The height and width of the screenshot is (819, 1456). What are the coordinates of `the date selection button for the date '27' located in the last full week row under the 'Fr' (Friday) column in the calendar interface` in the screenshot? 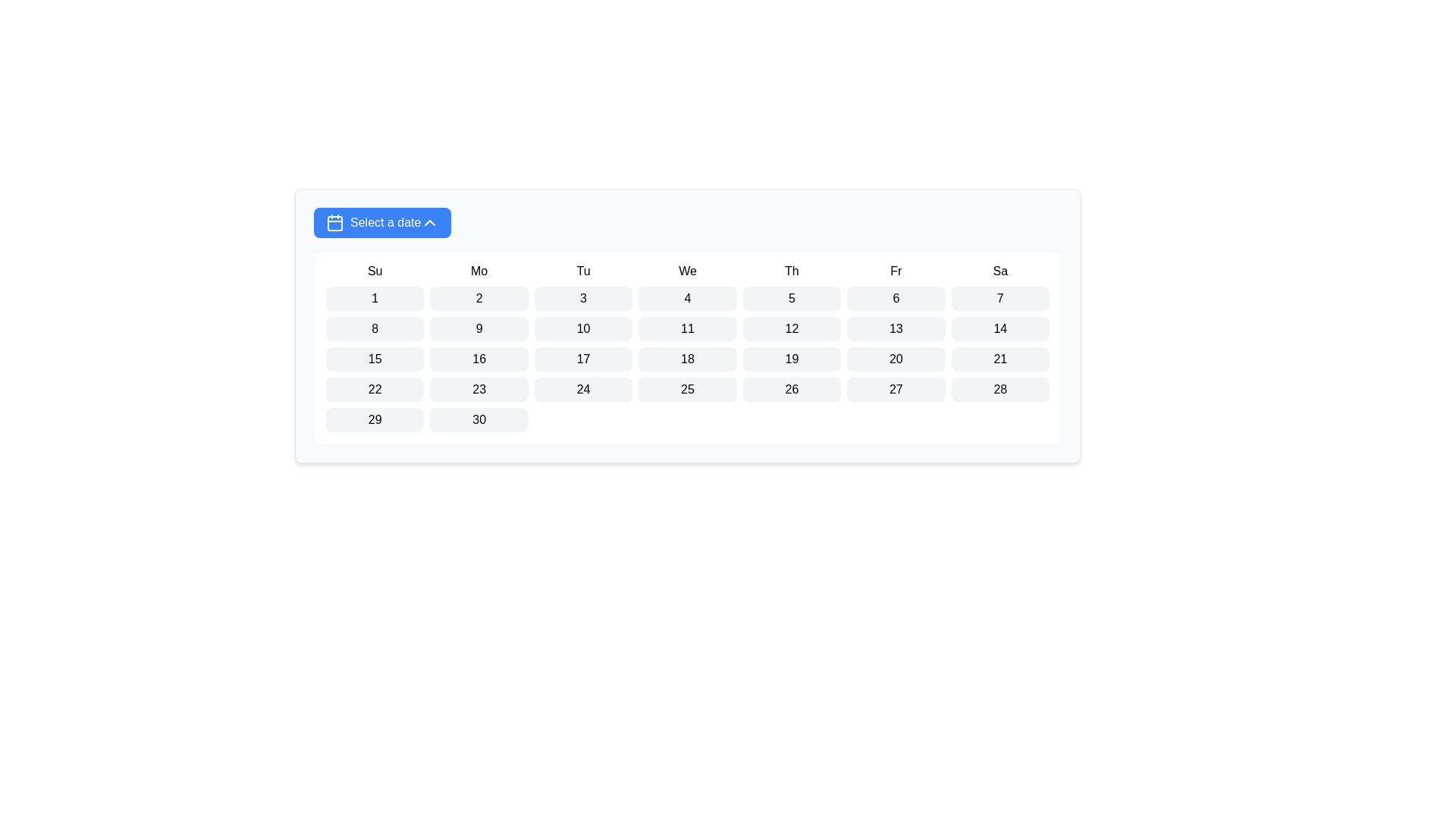 It's located at (896, 388).